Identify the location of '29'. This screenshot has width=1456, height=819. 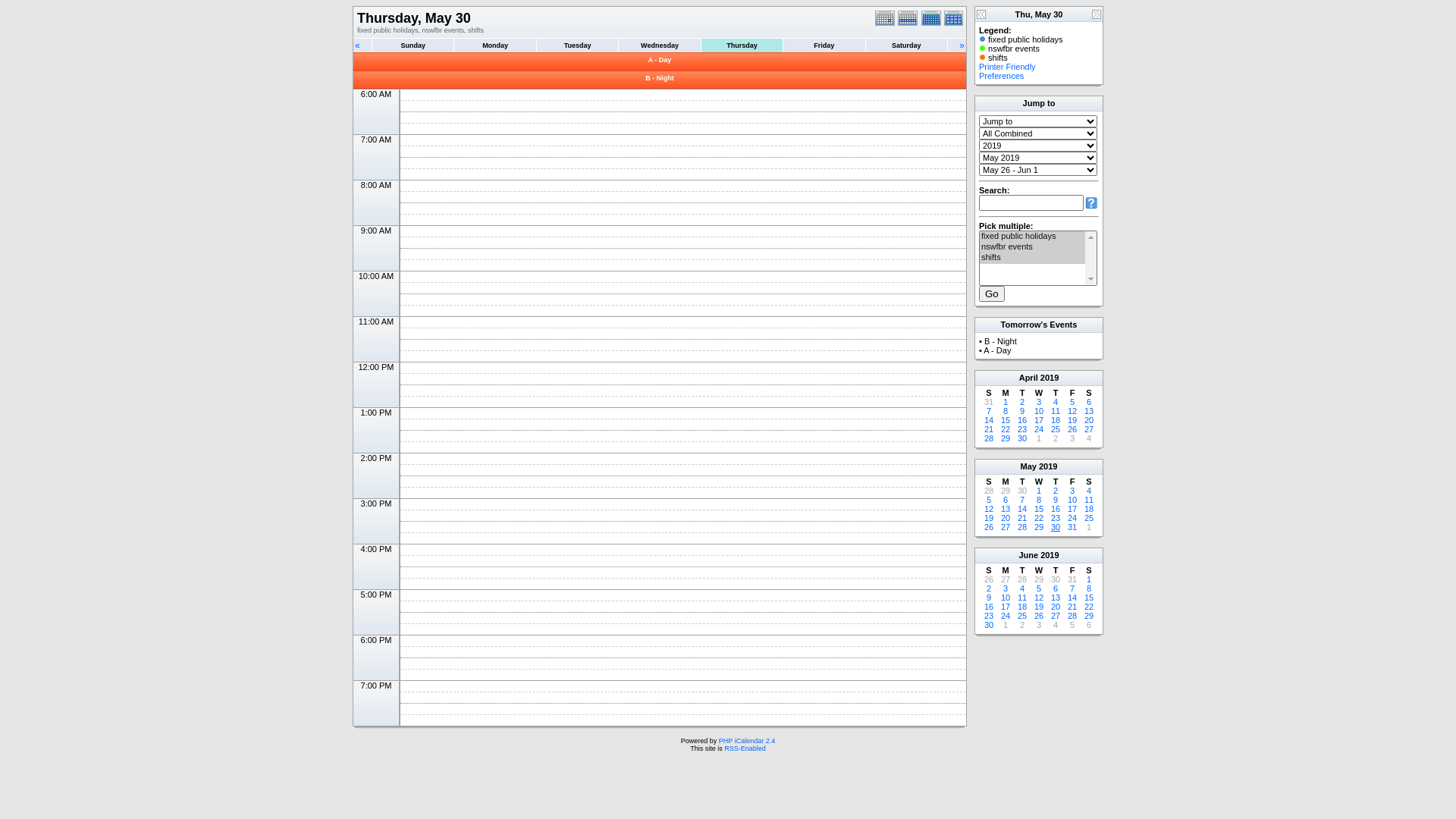
(1005, 438).